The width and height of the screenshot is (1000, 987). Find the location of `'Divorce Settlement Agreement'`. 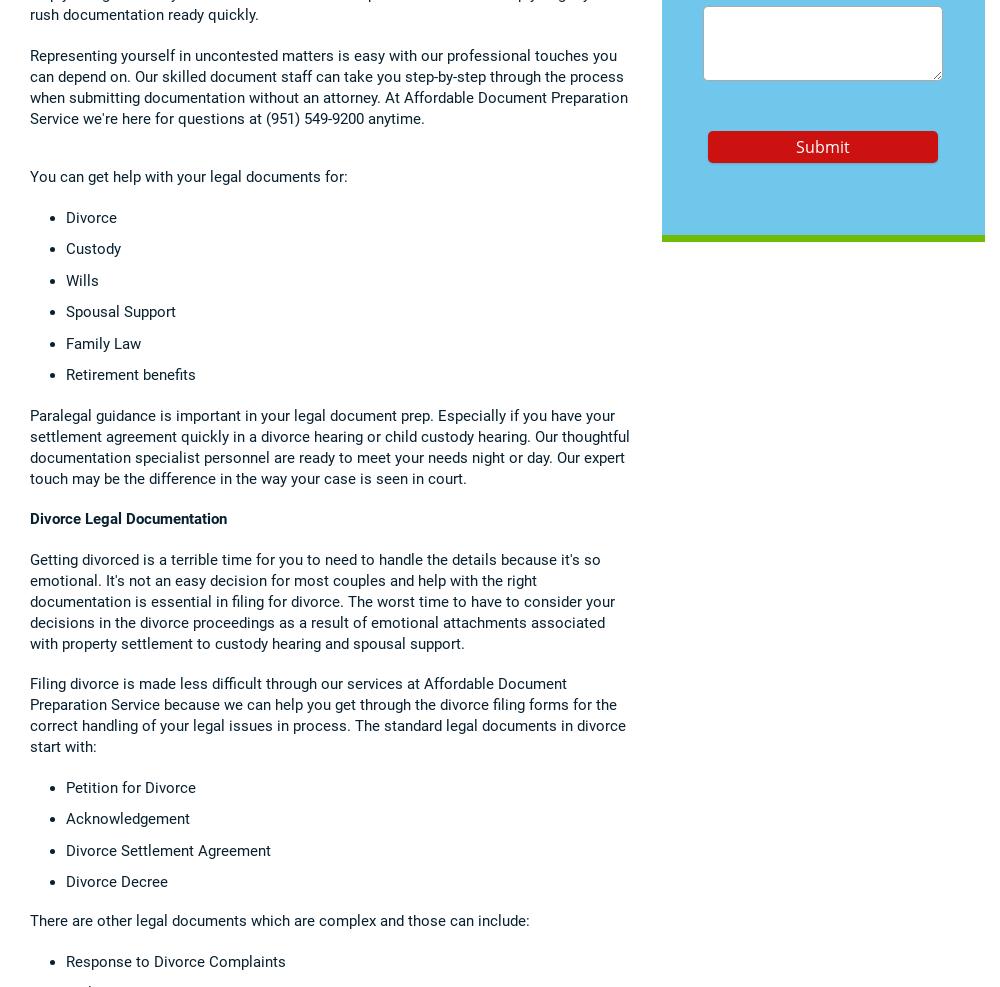

'Divorce Settlement Agreement' is located at coordinates (168, 849).